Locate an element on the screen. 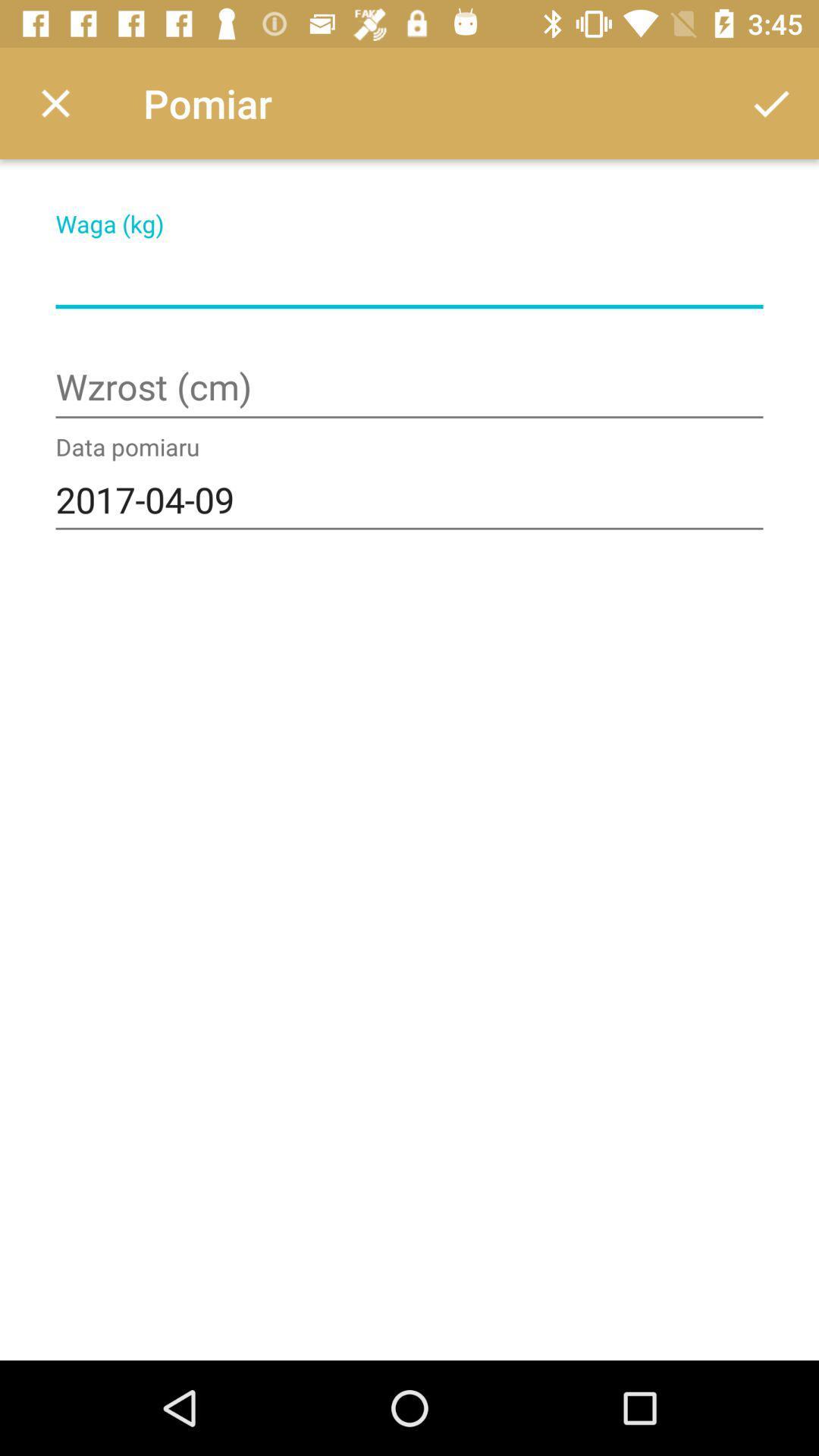  write down is located at coordinates (409, 277).